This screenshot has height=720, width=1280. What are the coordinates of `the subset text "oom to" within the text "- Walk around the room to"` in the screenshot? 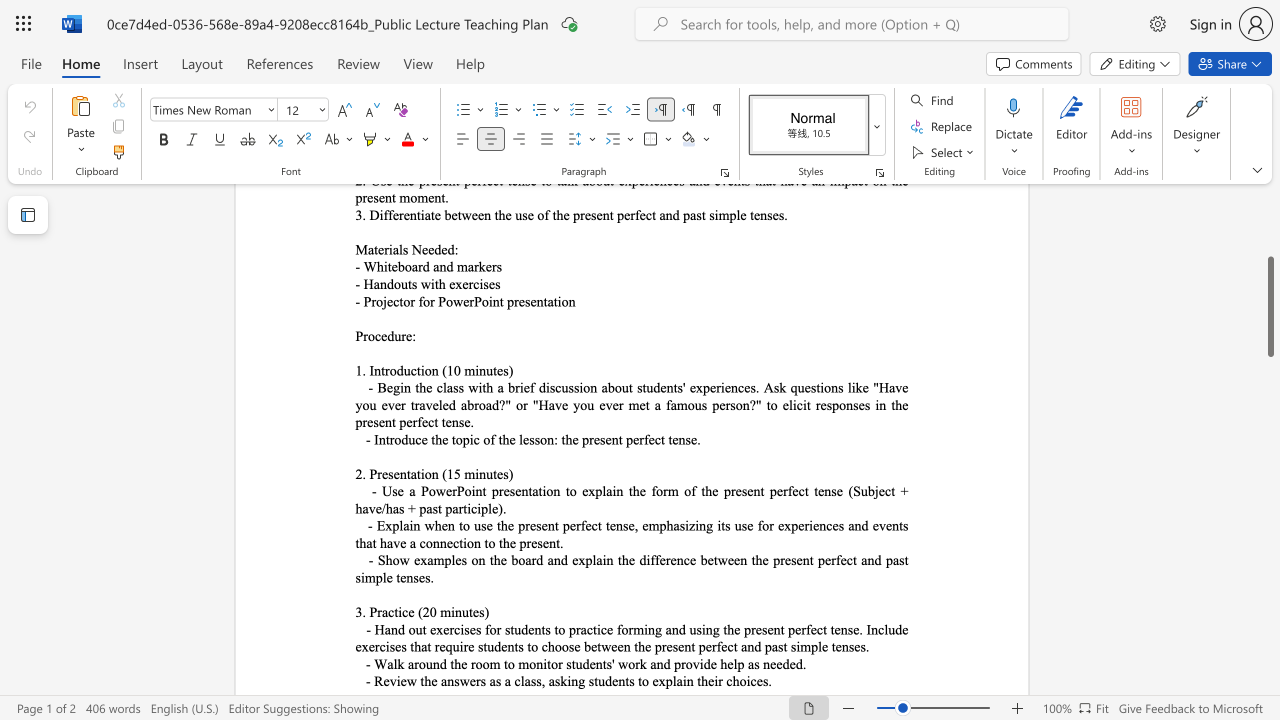 It's located at (474, 664).